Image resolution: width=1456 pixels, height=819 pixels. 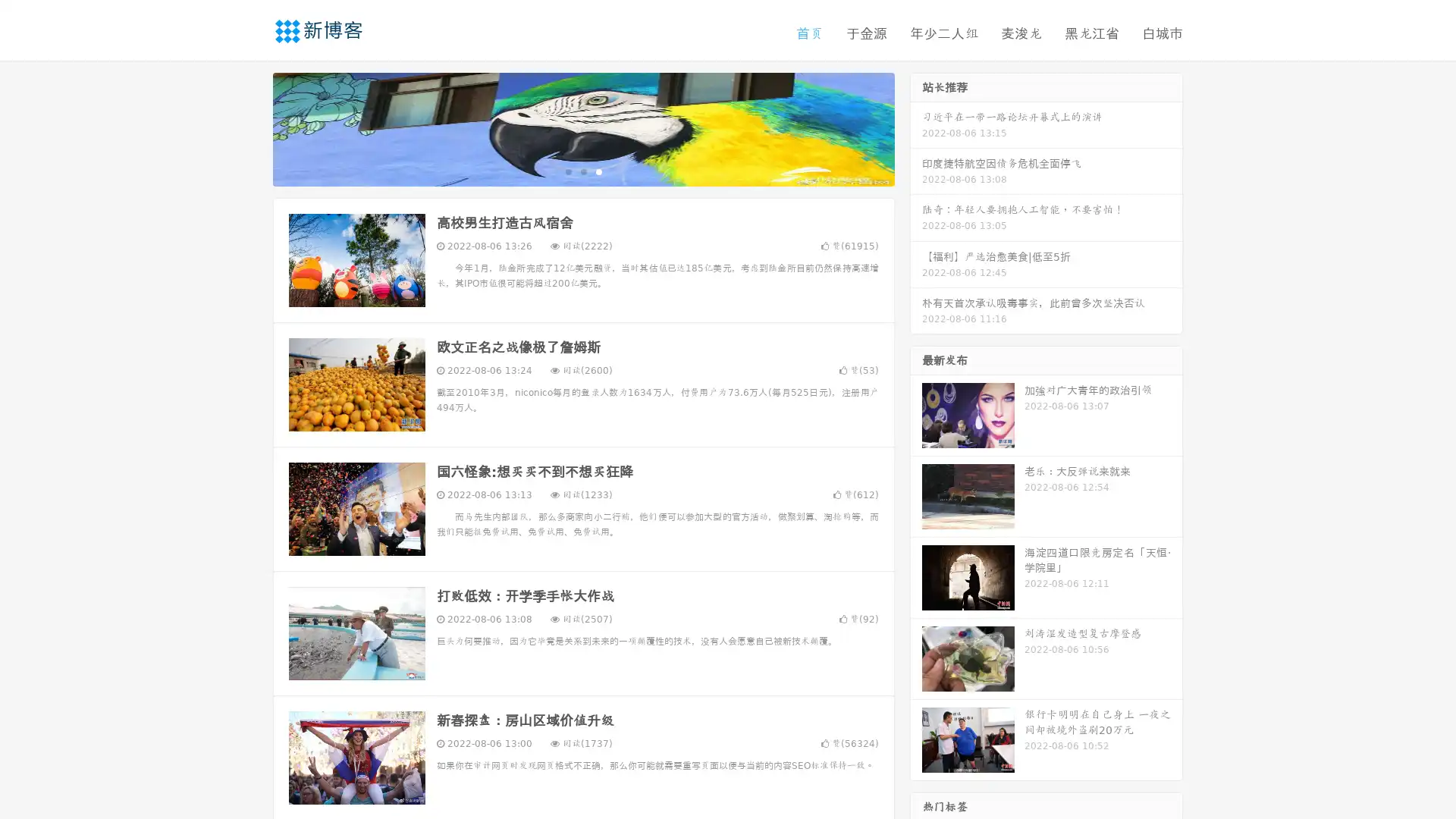 What do you see at coordinates (916, 127) in the screenshot?
I see `Next slide` at bounding box center [916, 127].